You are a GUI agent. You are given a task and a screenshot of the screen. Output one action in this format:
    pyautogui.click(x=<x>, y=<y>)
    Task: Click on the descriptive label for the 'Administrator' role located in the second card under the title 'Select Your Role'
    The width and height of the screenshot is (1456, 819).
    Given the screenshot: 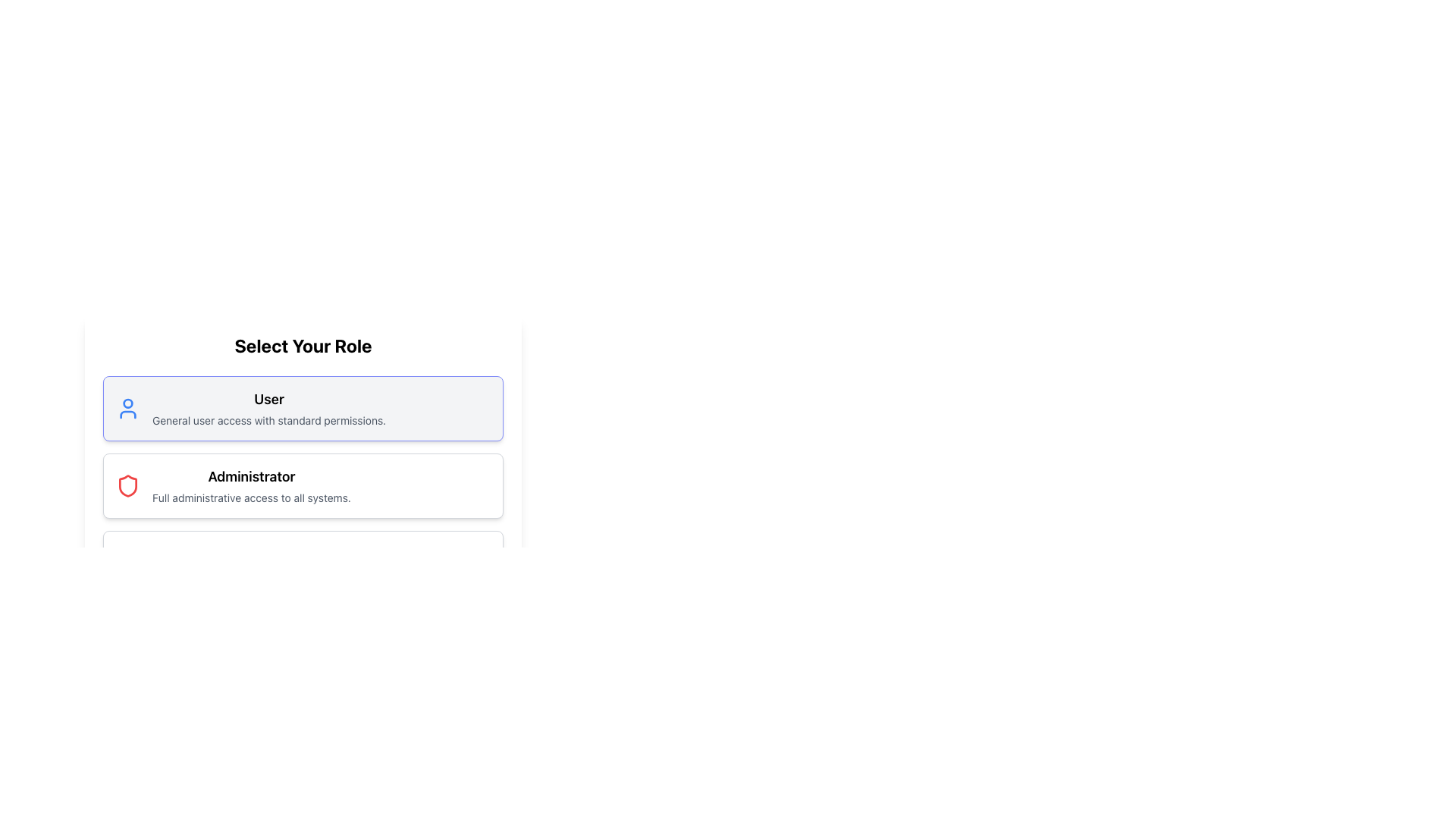 What is the action you would take?
    pyautogui.click(x=251, y=485)
    